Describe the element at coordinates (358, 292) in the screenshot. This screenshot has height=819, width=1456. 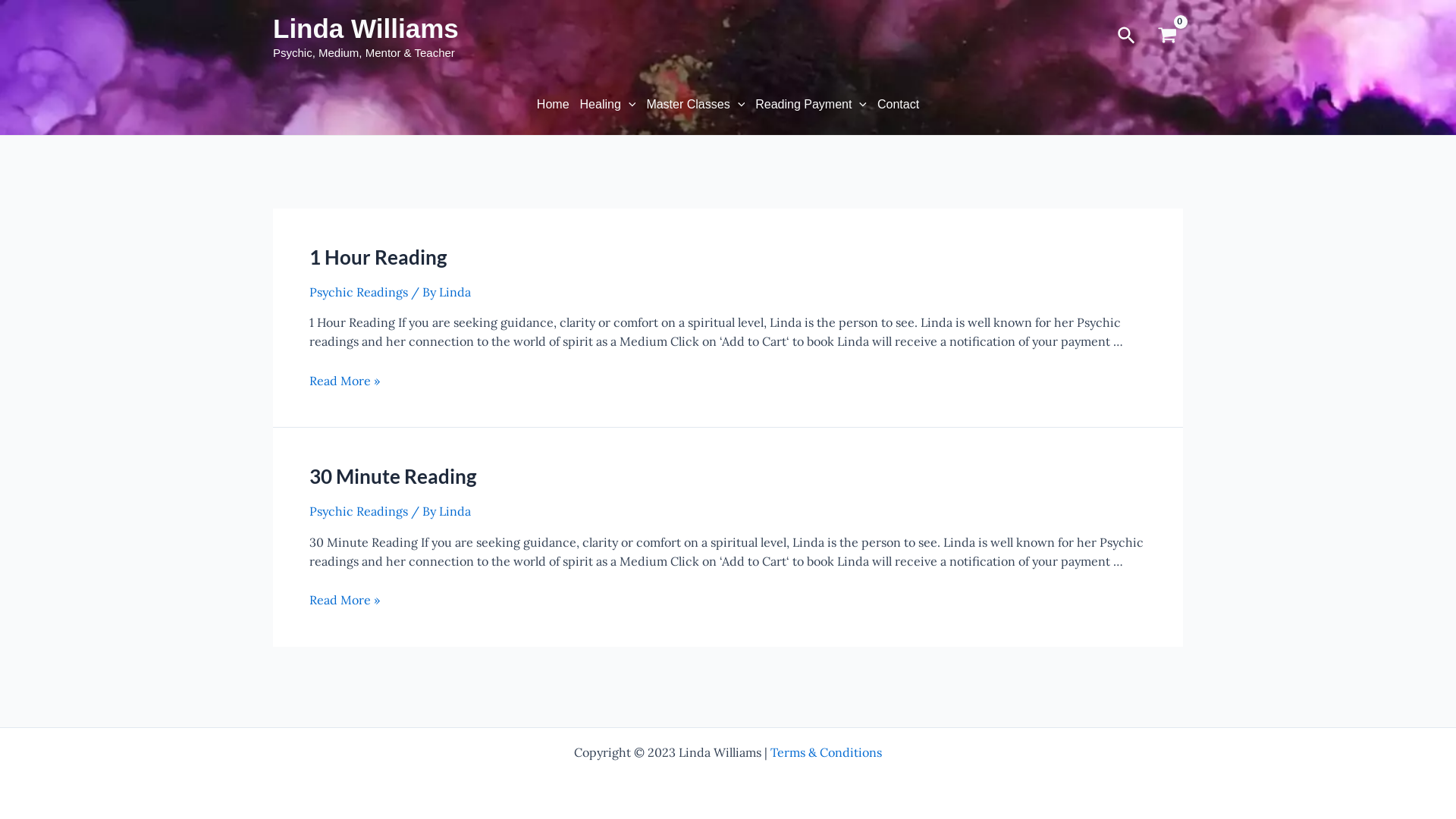
I see `'Psychic Readings'` at that location.